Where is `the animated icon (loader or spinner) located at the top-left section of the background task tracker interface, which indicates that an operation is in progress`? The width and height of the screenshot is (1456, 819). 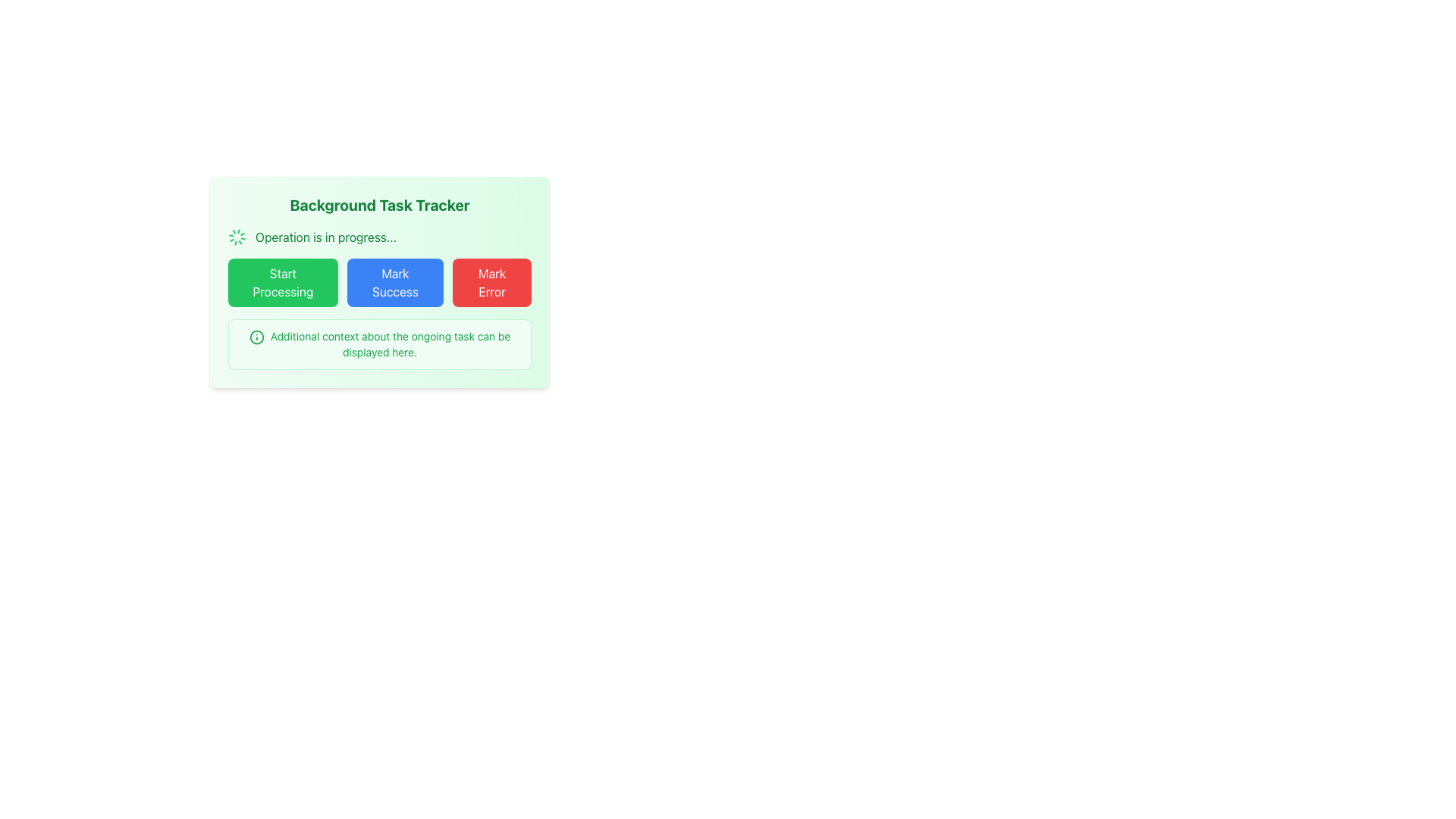
the animated icon (loader or spinner) located at the top-left section of the background task tracker interface, which indicates that an operation is in progress is located at coordinates (236, 237).